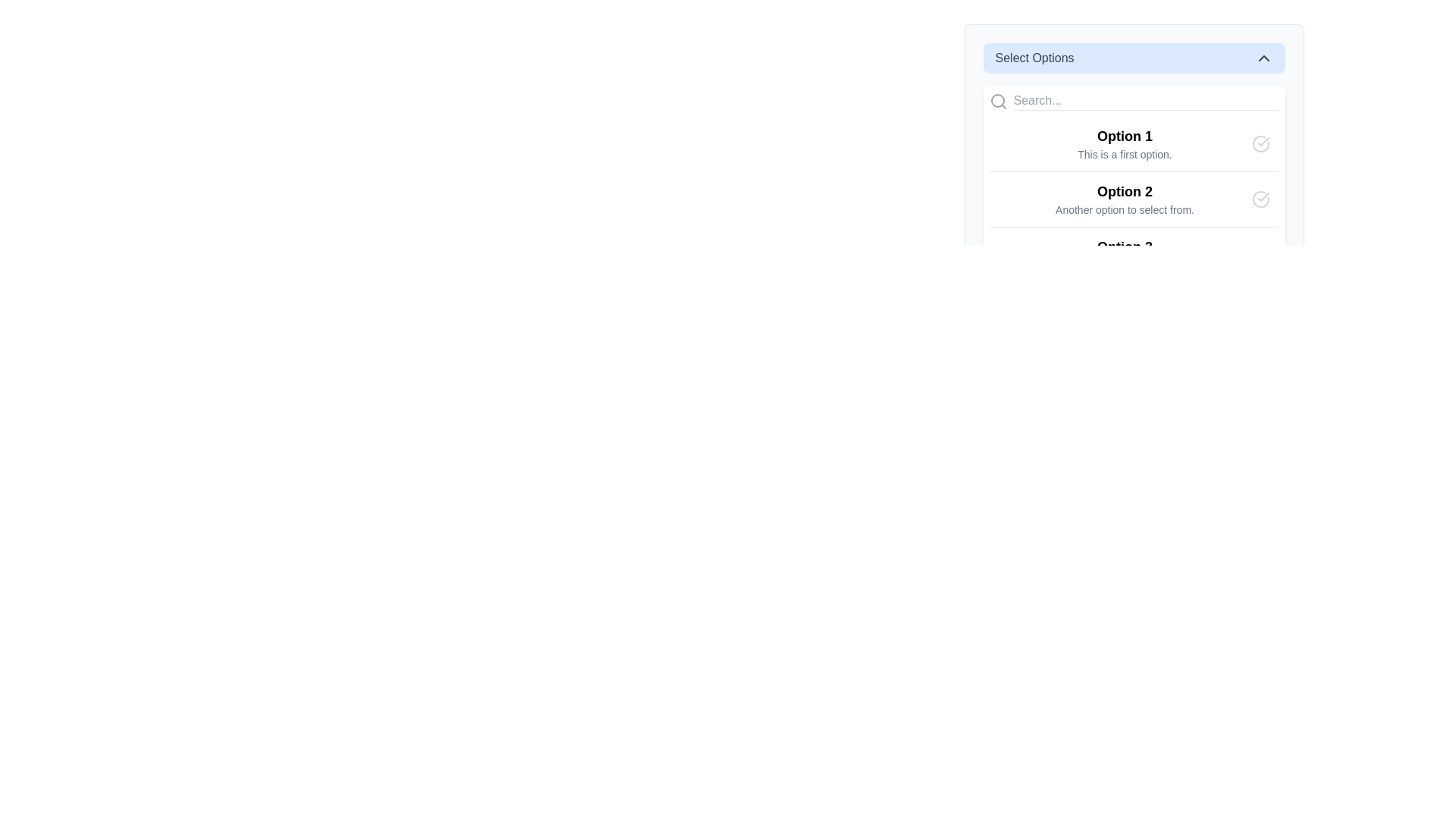 The height and width of the screenshot is (819, 1456). Describe the element at coordinates (1125, 253) in the screenshot. I see `the third option in the dropdown-like menu under 'Select Options'` at that location.